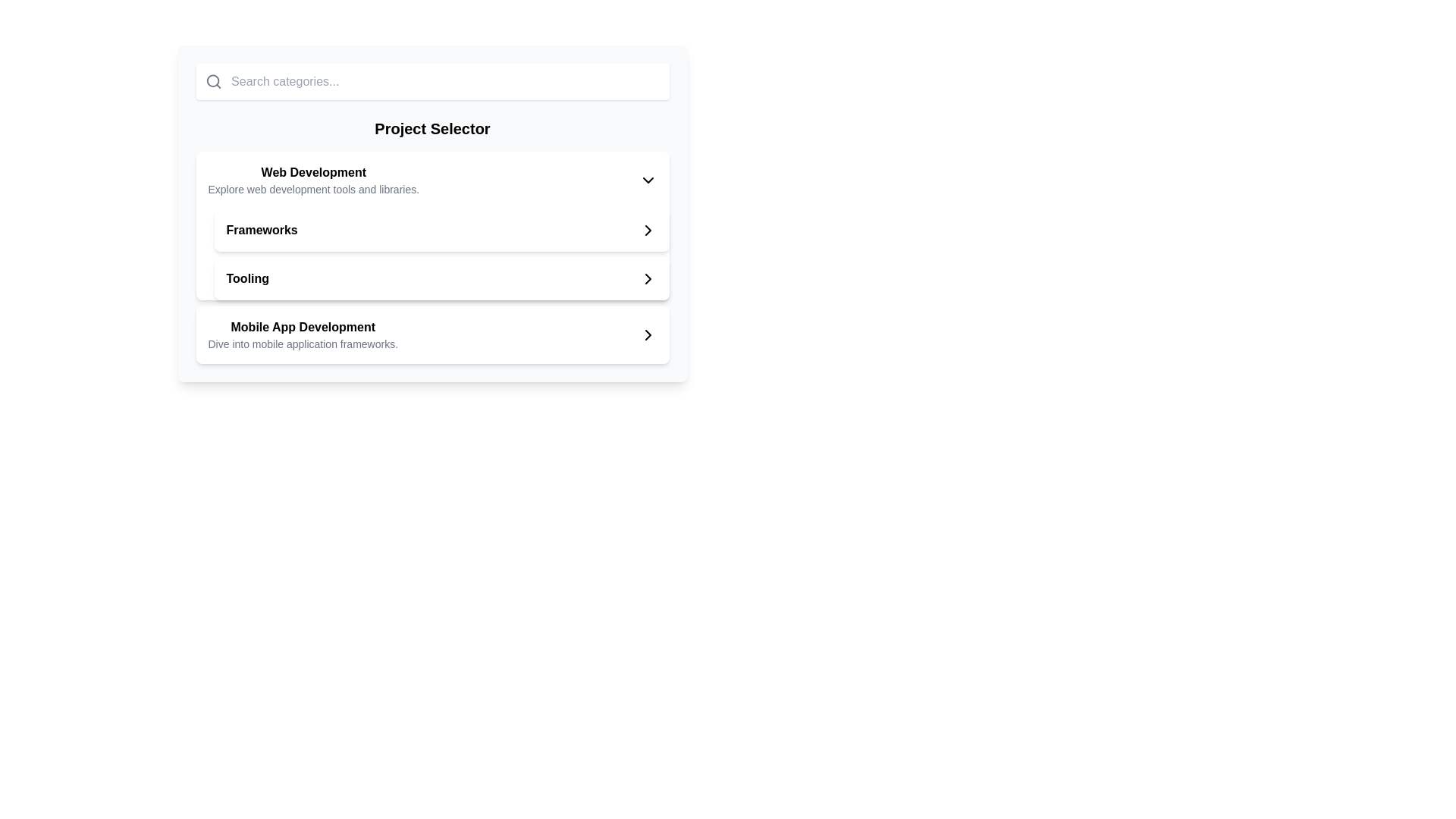 The image size is (1456, 819). Describe the element at coordinates (648, 231) in the screenshot. I see `the rightward-pointing chevron icon, which is located at the right end of the 'Frameworks' section in the 'Project Selector' menu` at that location.